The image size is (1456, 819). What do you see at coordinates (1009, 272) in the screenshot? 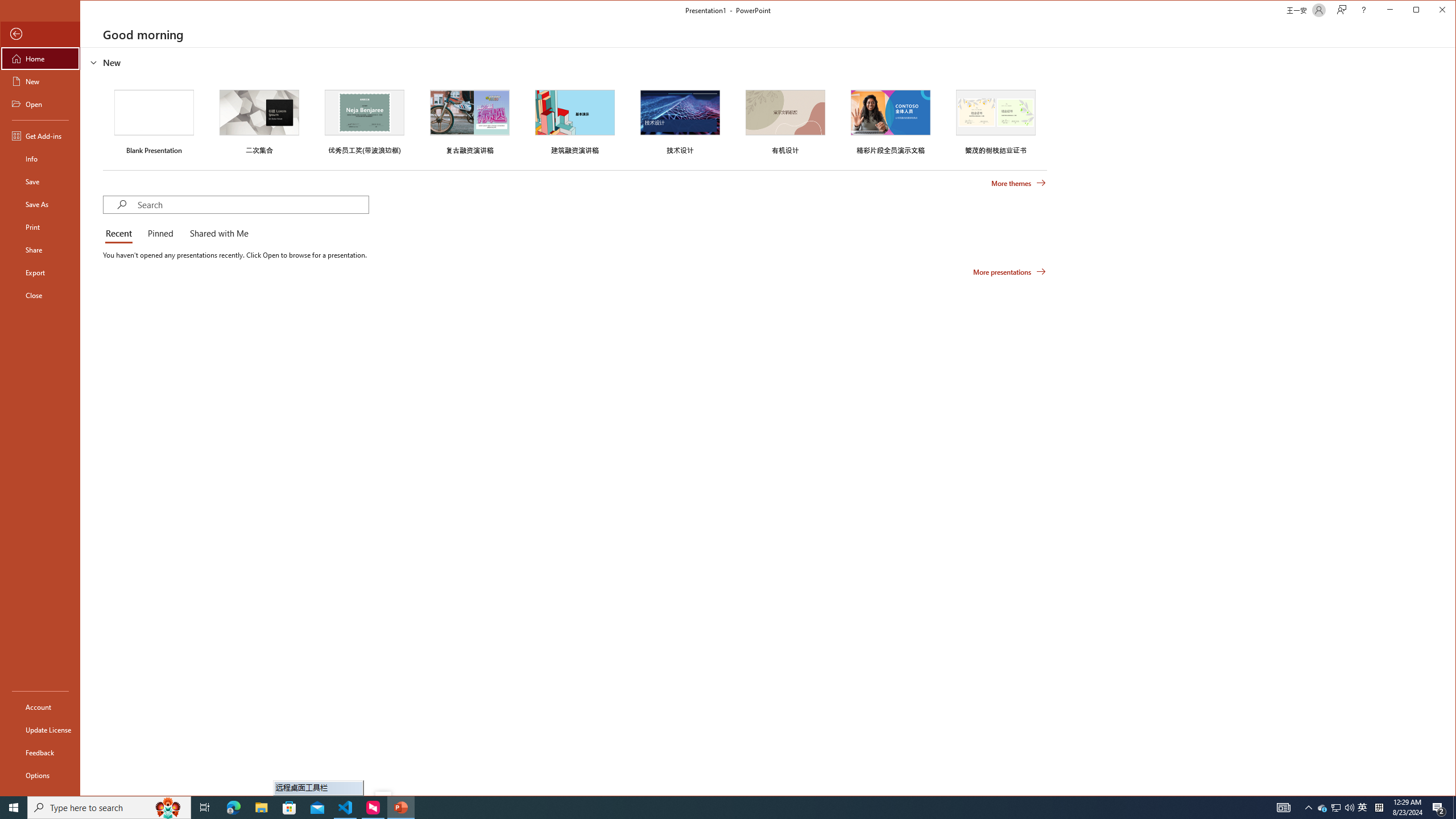
I see `'More presentations'` at bounding box center [1009, 272].